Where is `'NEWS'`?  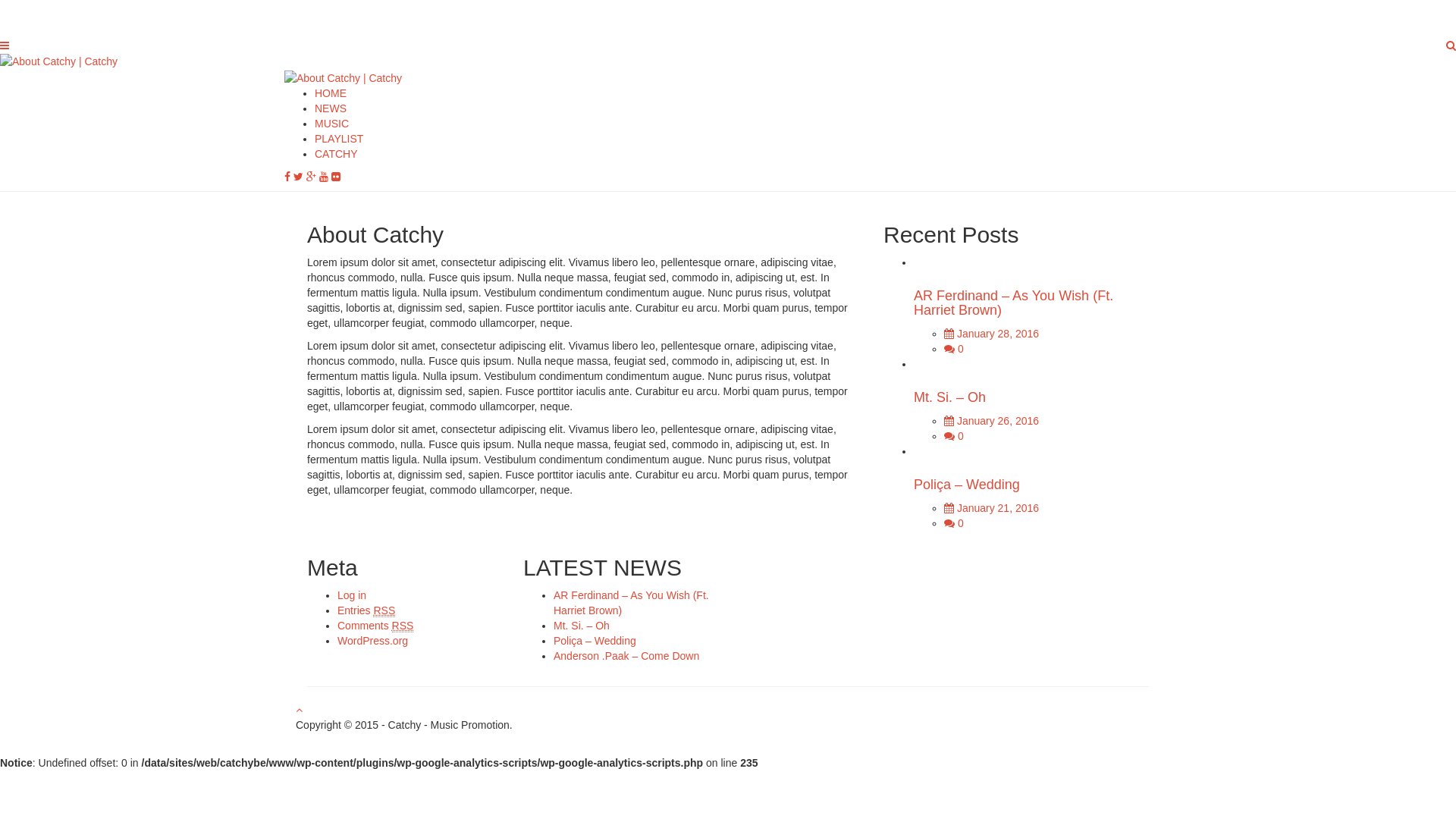
'NEWS' is located at coordinates (330, 107).